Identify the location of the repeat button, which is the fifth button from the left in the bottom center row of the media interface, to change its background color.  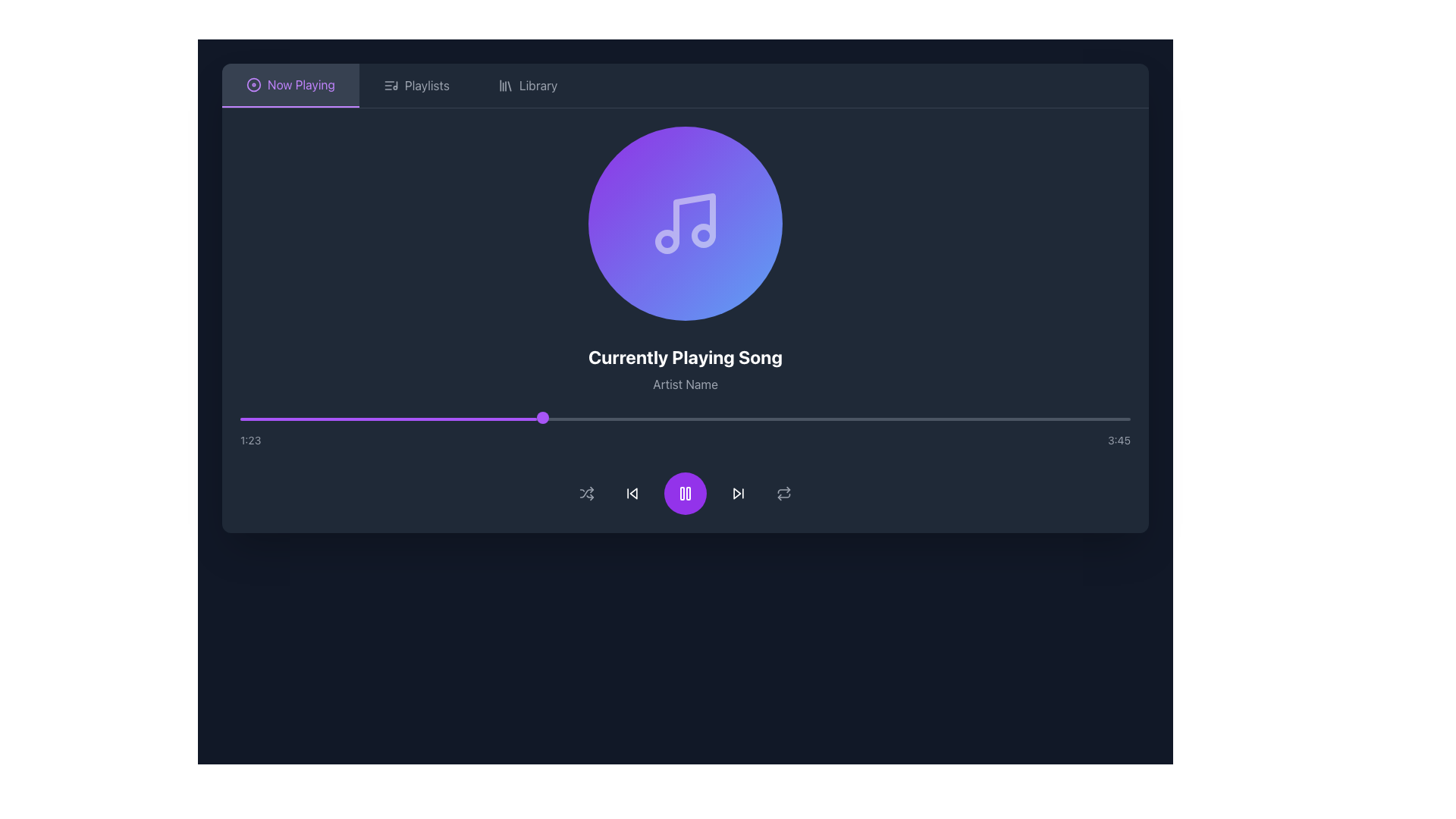
(783, 494).